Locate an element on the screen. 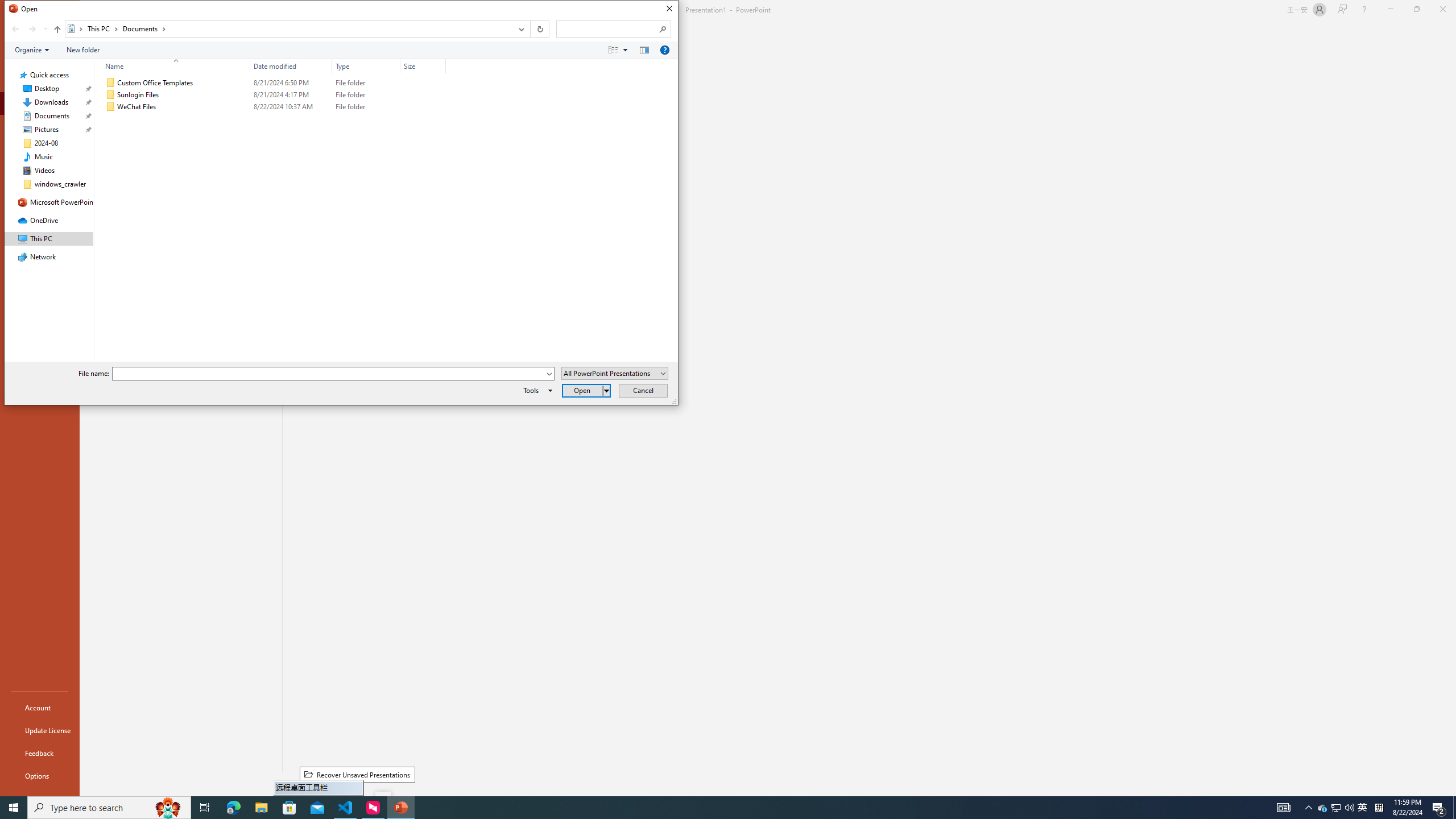 This screenshot has width=1456, height=819. 'Refresh "Documents" (F5)' is located at coordinates (539, 28).